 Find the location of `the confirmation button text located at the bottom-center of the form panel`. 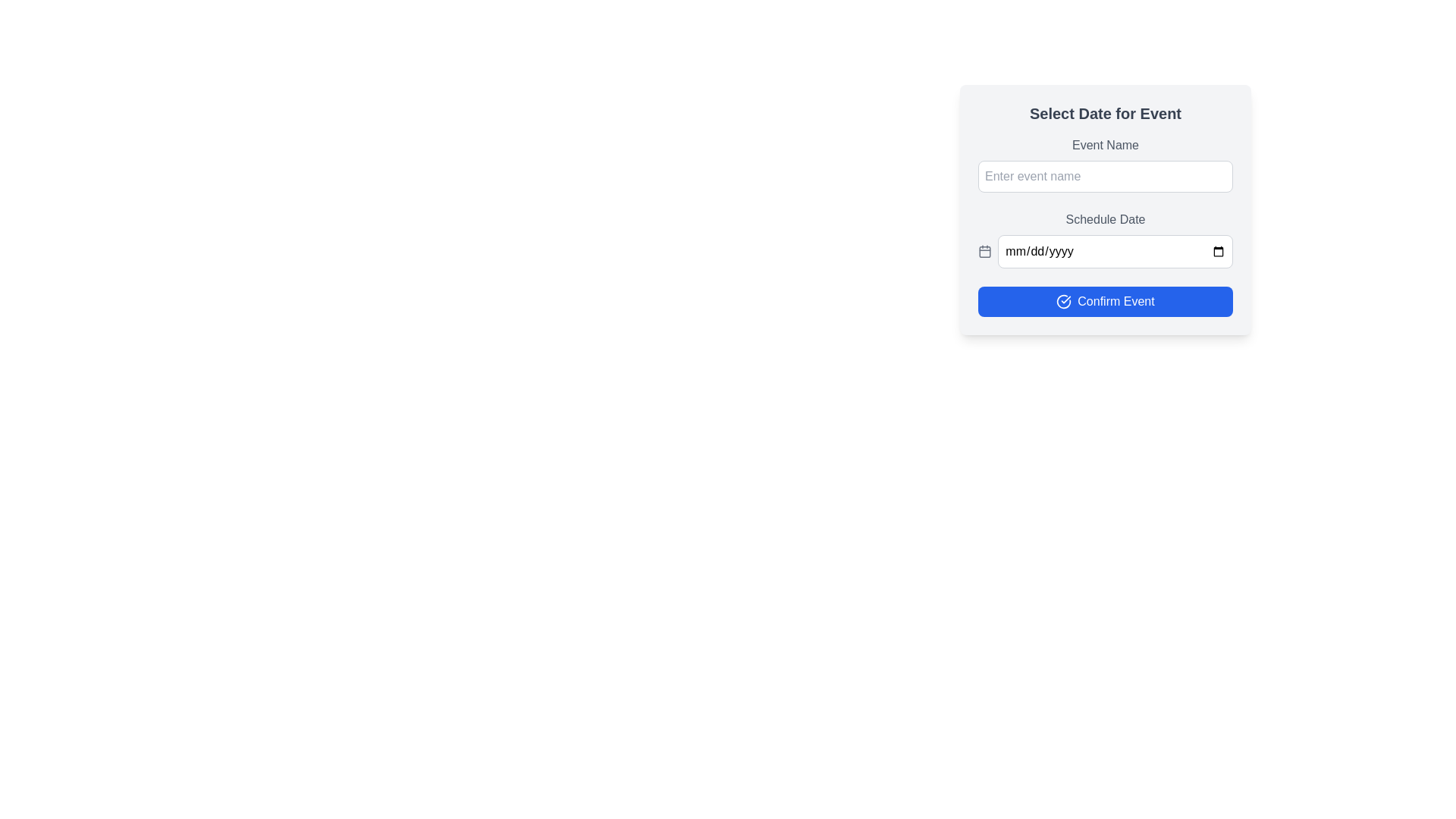

the confirmation button text located at the bottom-center of the form panel is located at coordinates (1116, 301).